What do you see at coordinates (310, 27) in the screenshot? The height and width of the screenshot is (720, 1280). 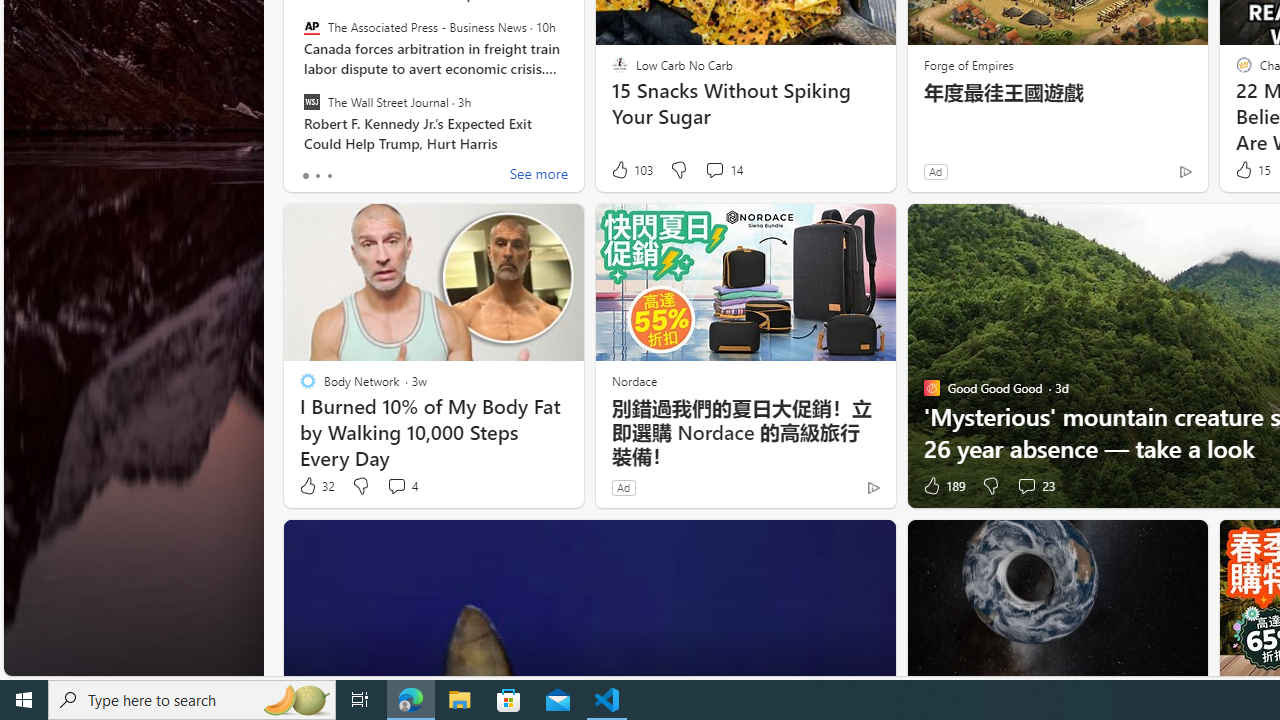 I see `'The Associated Press - Business News'` at bounding box center [310, 27].